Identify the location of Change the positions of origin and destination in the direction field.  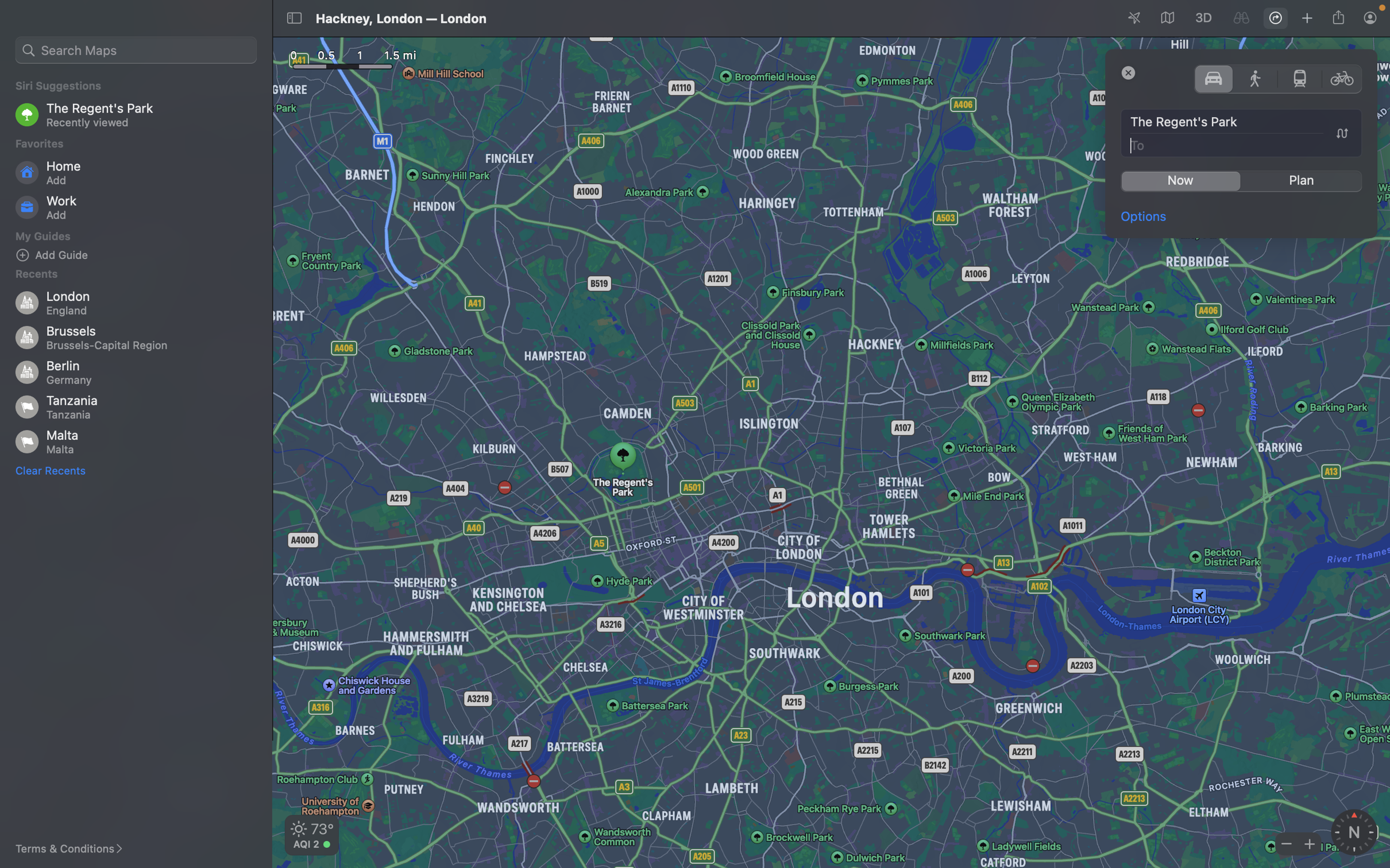
(1341, 133).